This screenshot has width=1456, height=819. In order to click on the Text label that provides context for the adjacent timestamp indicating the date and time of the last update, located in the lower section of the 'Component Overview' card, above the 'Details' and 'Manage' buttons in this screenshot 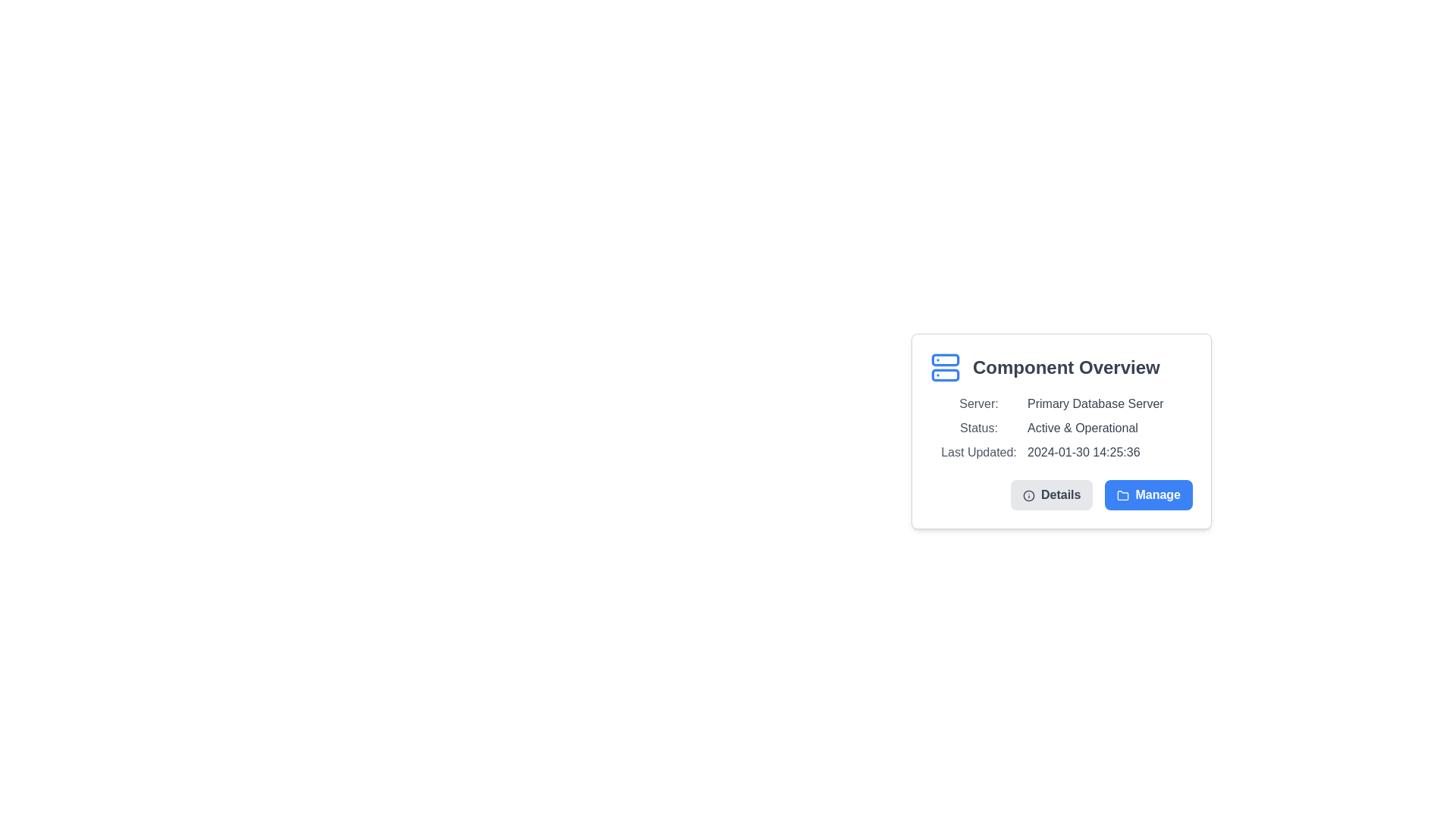, I will do `click(979, 452)`.